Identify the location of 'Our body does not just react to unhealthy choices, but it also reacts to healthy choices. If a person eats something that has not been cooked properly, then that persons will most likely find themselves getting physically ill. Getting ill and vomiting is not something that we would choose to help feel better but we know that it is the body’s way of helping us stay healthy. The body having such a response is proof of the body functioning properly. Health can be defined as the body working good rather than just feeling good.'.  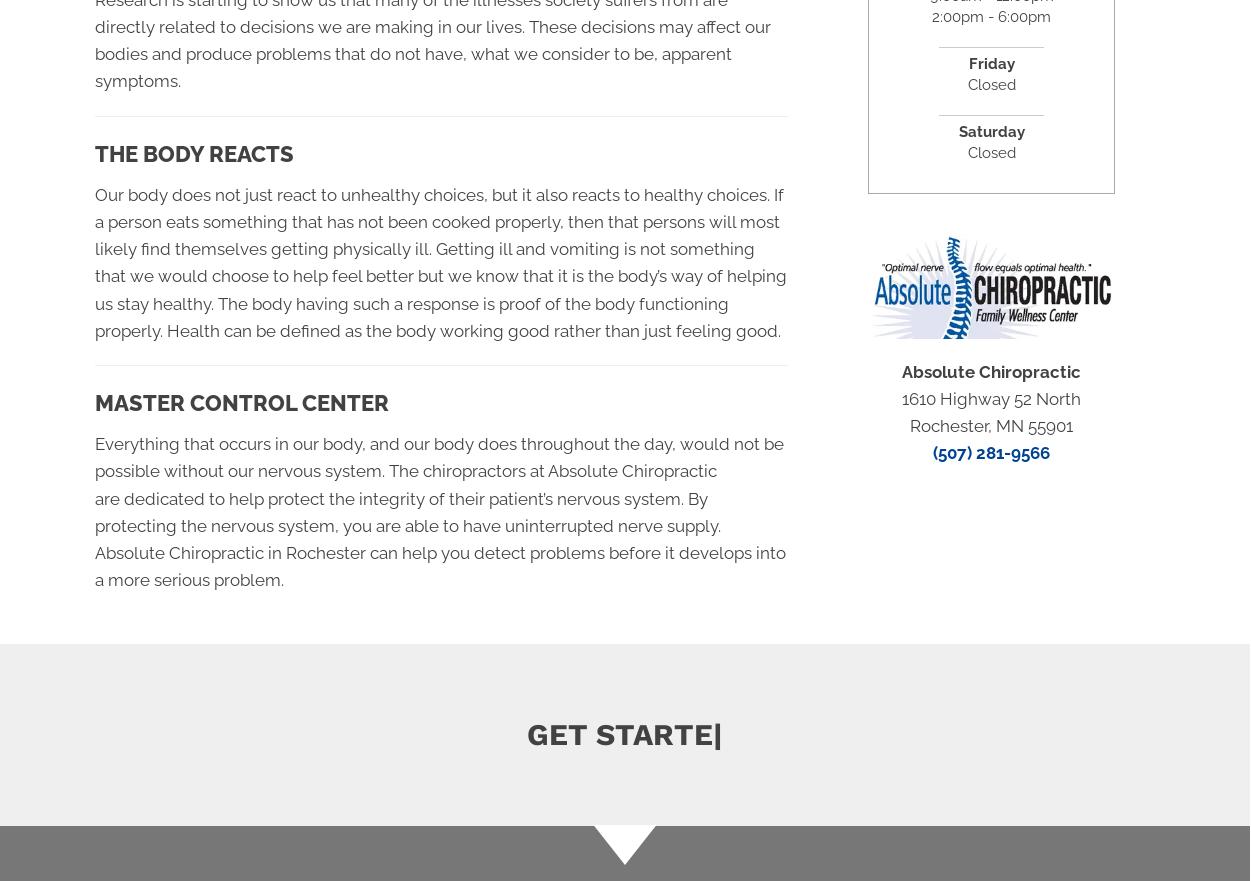
(440, 262).